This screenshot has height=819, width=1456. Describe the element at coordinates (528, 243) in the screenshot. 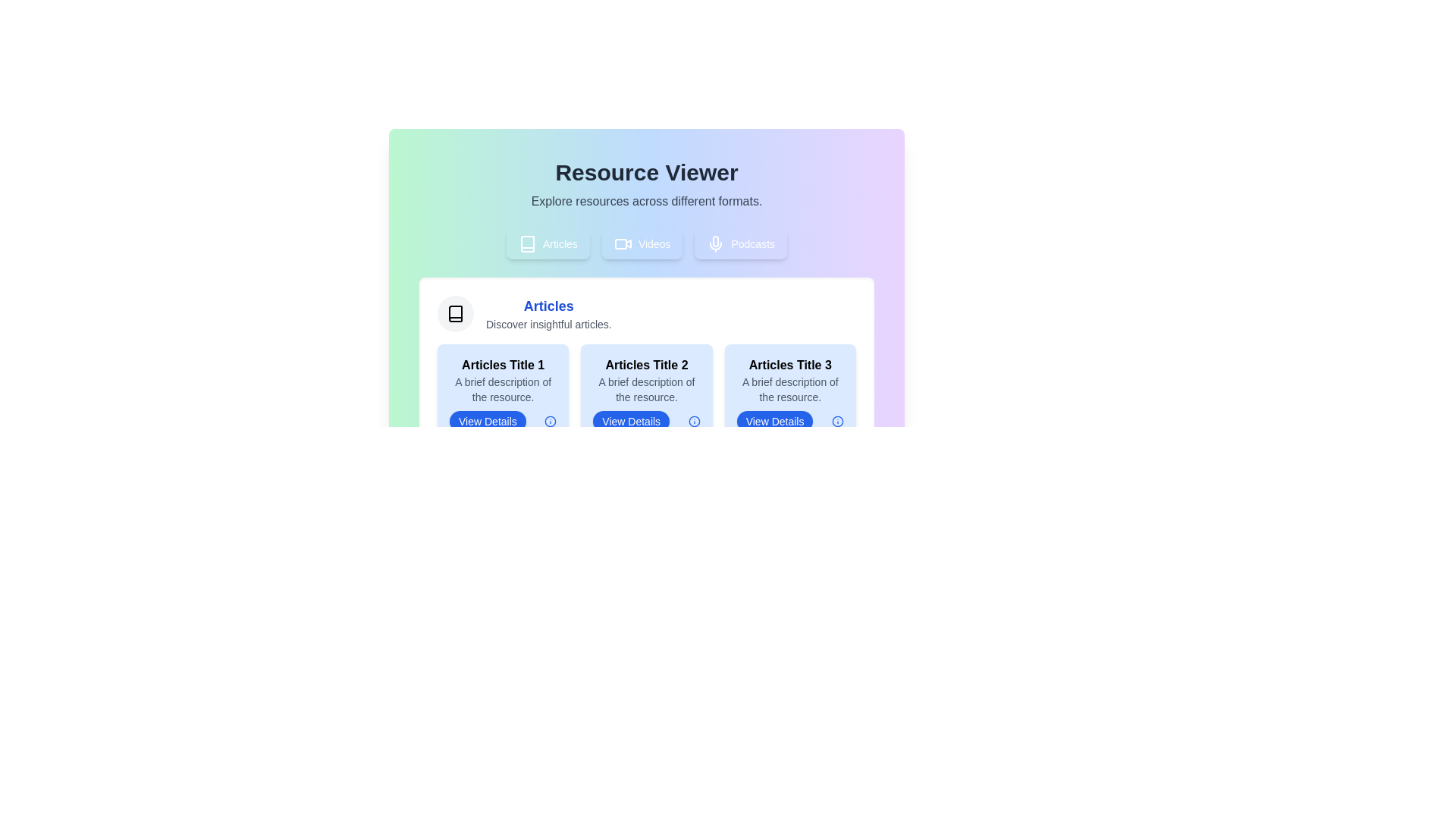

I see `the 'Articles' icon in the navigation menu` at that location.